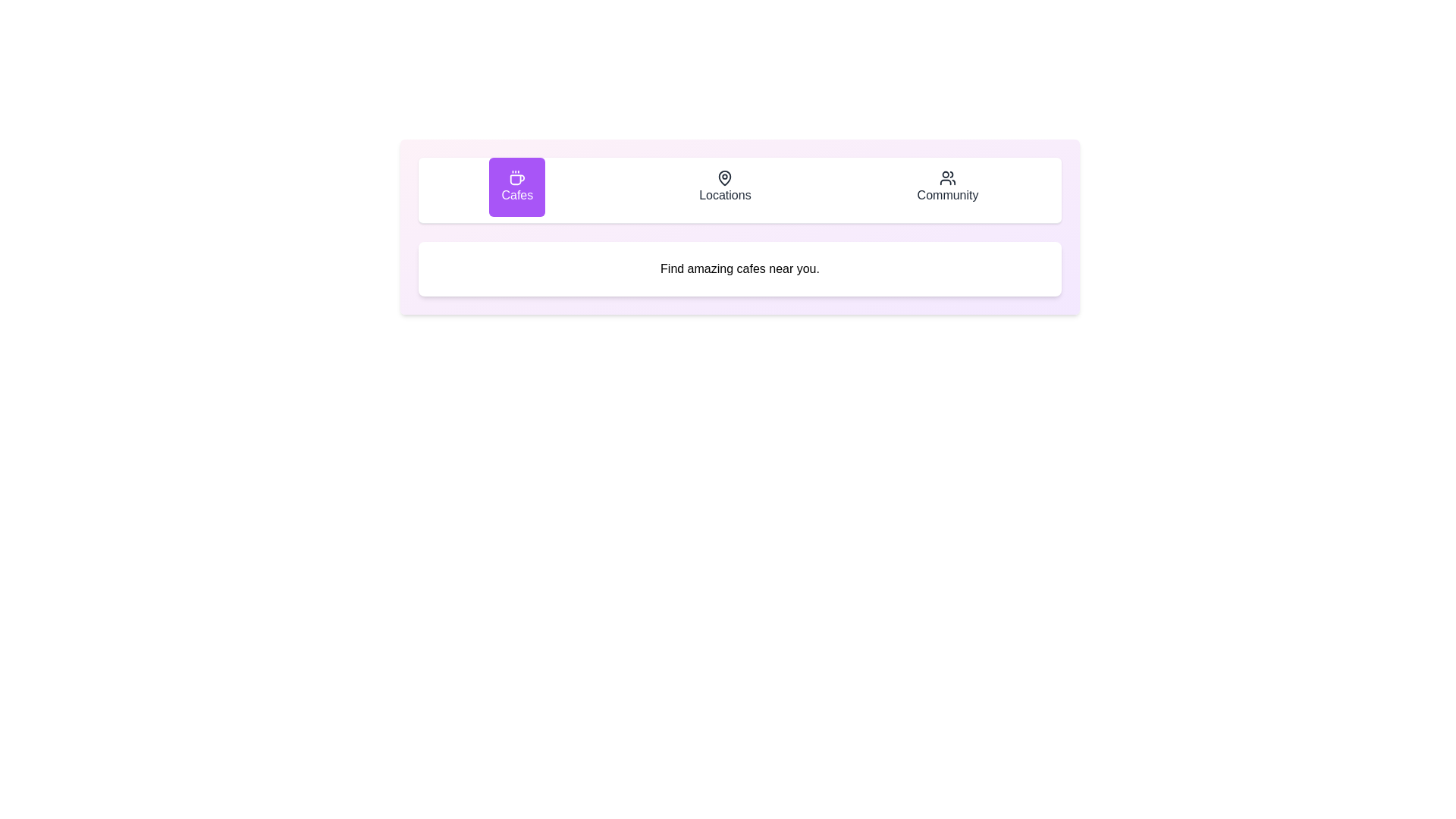 The image size is (1456, 819). Describe the element at coordinates (517, 186) in the screenshot. I see `the purple button labeled 'Cafes' with a coffee cup icon for accessibility interaction` at that location.